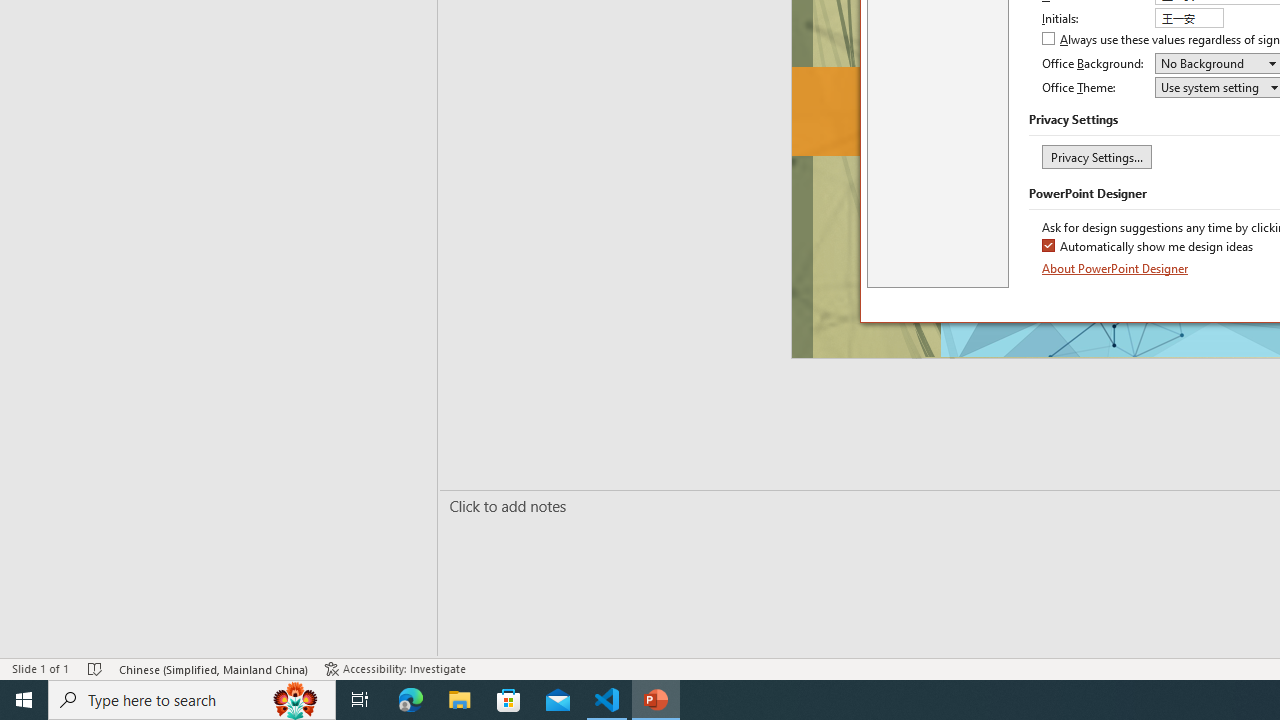 The height and width of the screenshot is (720, 1280). What do you see at coordinates (410, 698) in the screenshot?
I see `'Microsoft Edge'` at bounding box center [410, 698].